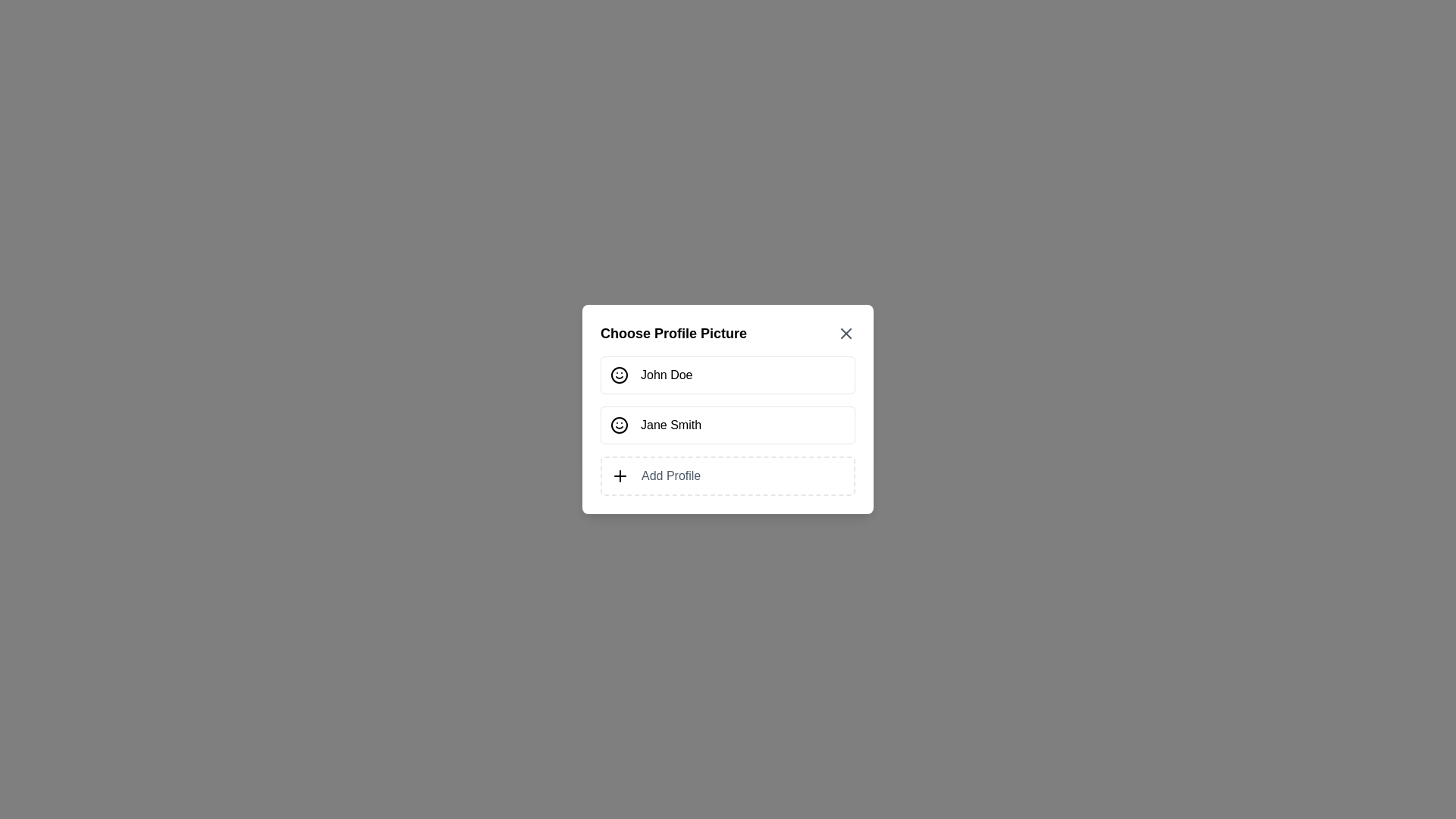 The width and height of the screenshot is (1456, 819). What do you see at coordinates (728, 475) in the screenshot?
I see `the 'Add Profile' card to initiate adding a new profile` at bounding box center [728, 475].